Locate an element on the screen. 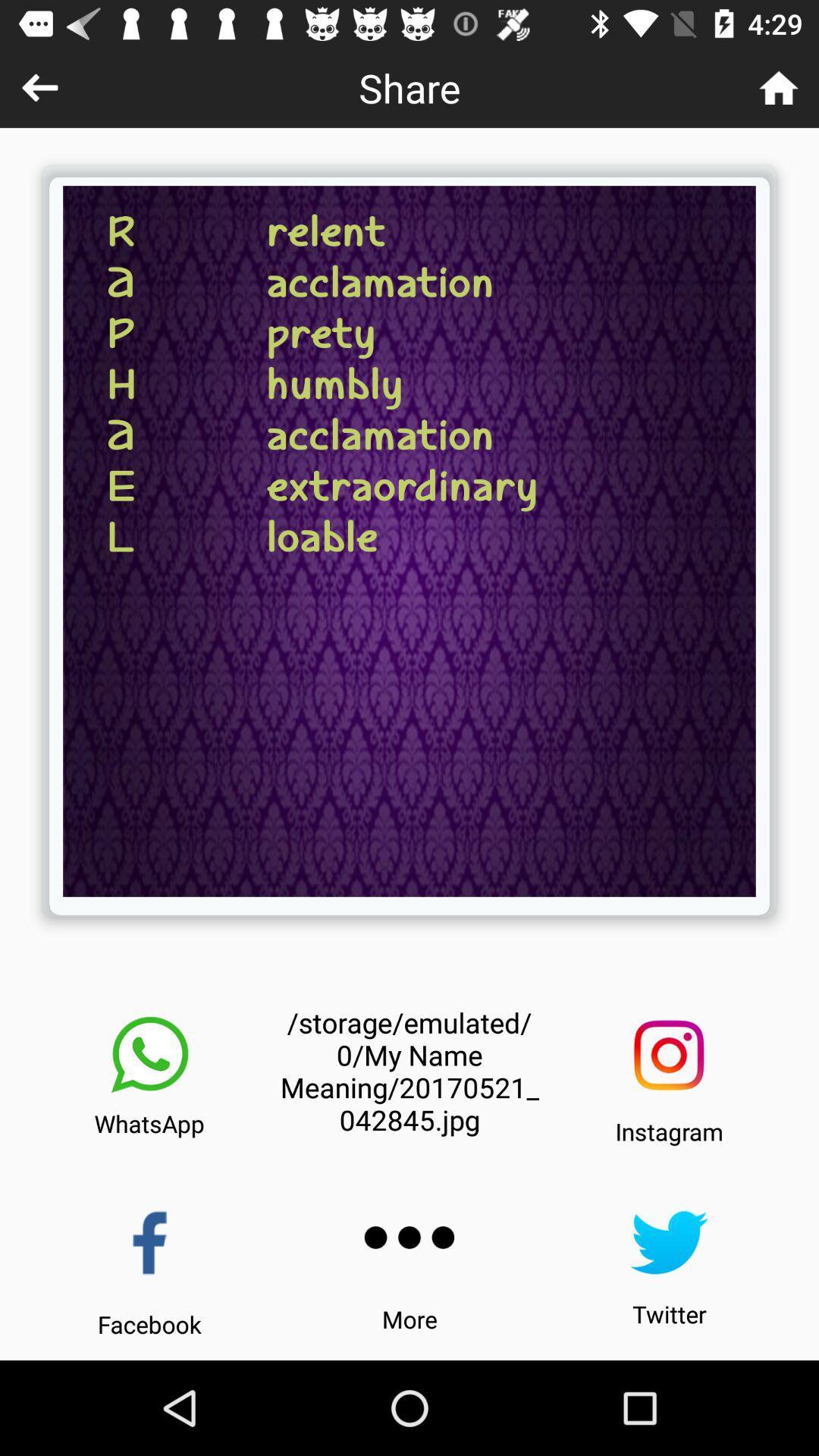 The height and width of the screenshot is (1456, 819). the item next to share is located at coordinates (39, 86).